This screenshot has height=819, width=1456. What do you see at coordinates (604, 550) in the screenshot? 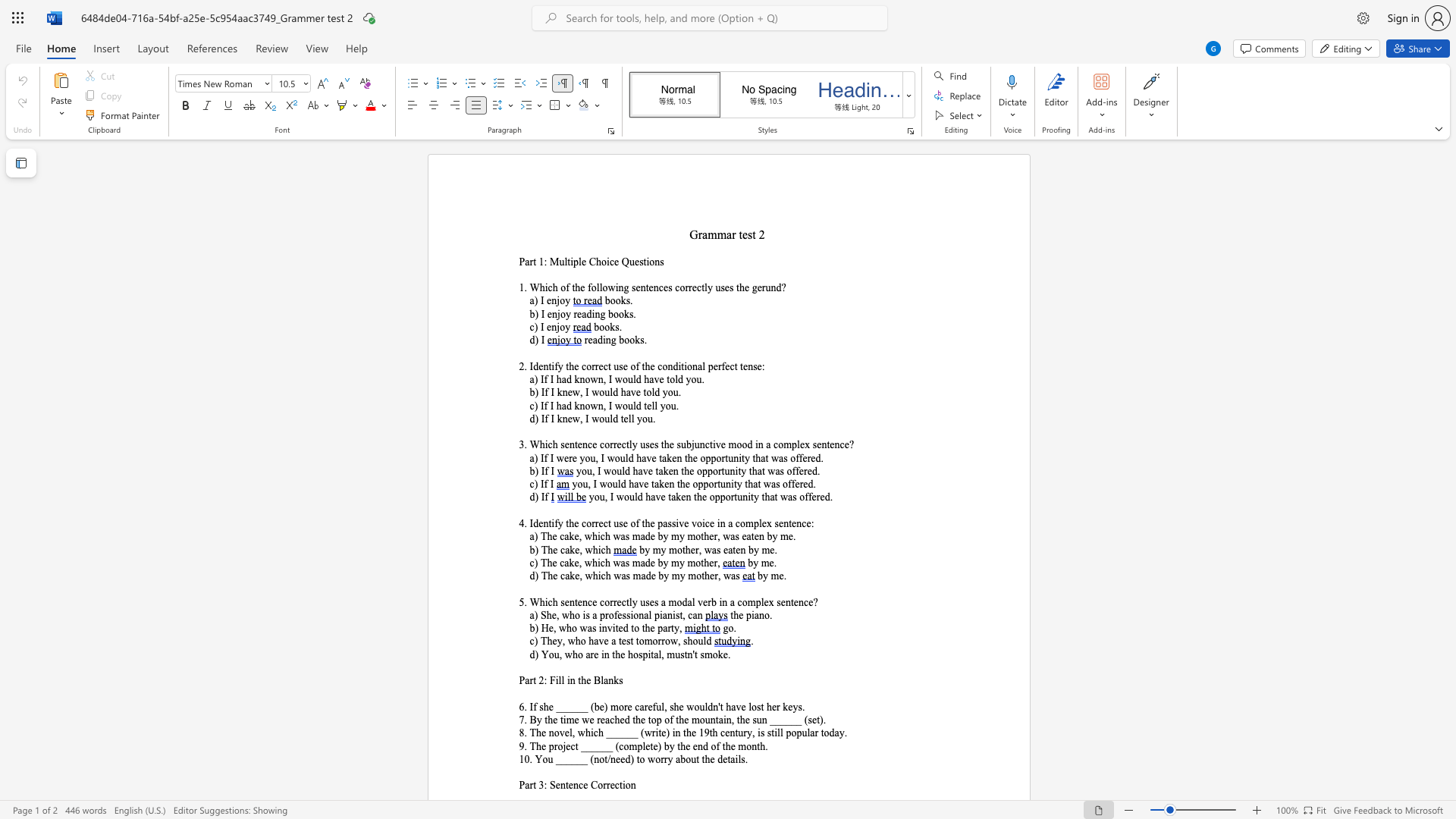
I see `the space between the continuous character "c" and "h" in the text` at bounding box center [604, 550].